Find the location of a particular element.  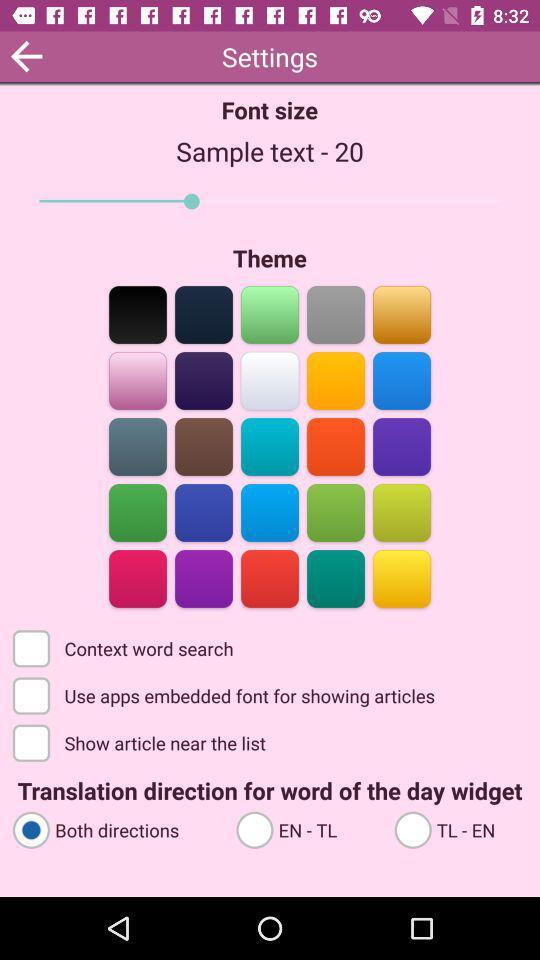

changes the theme to blue is located at coordinates (203, 510).